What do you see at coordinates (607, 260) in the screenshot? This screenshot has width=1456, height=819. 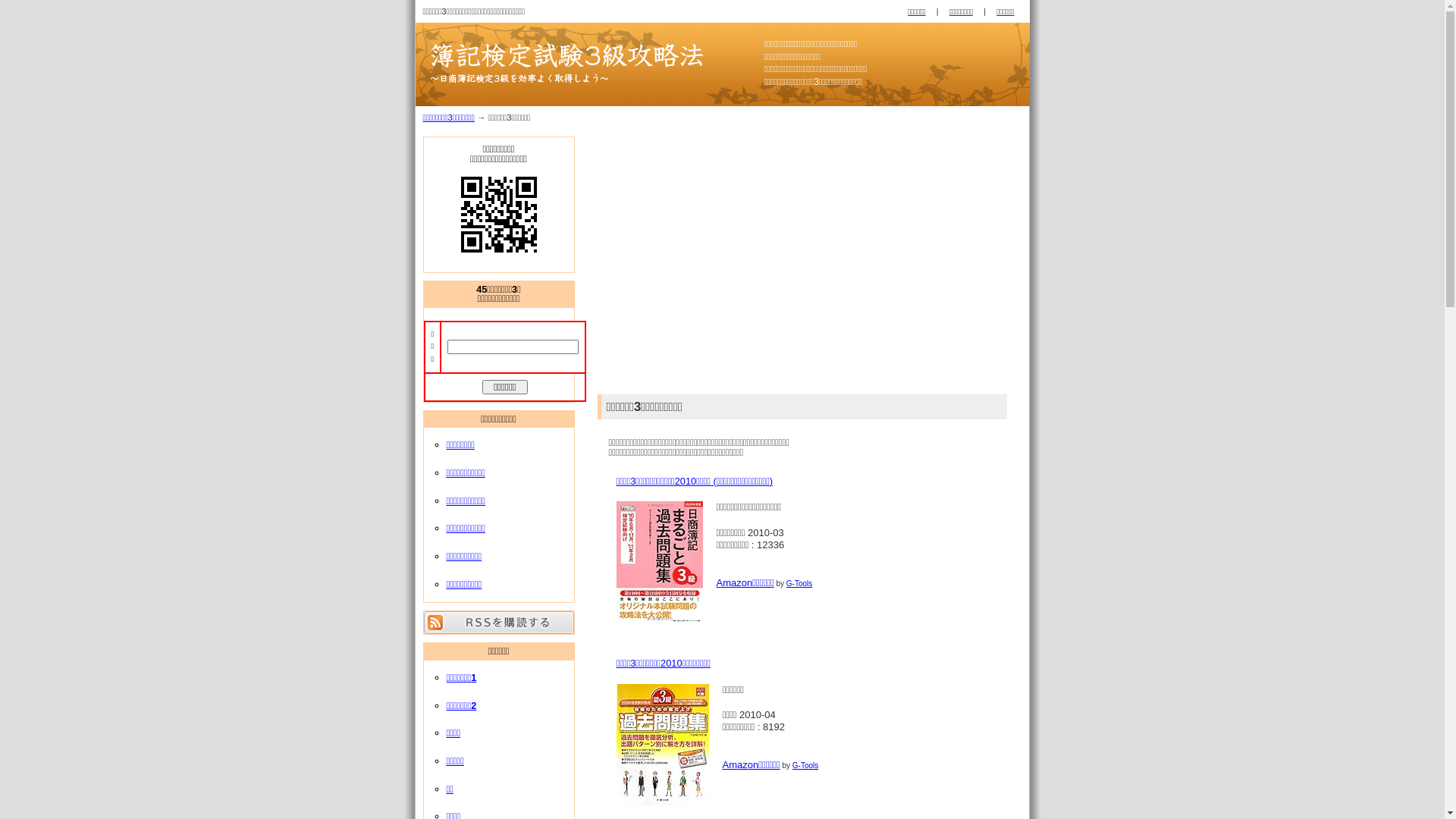 I see `'Advertisement'` at bounding box center [607, 260].